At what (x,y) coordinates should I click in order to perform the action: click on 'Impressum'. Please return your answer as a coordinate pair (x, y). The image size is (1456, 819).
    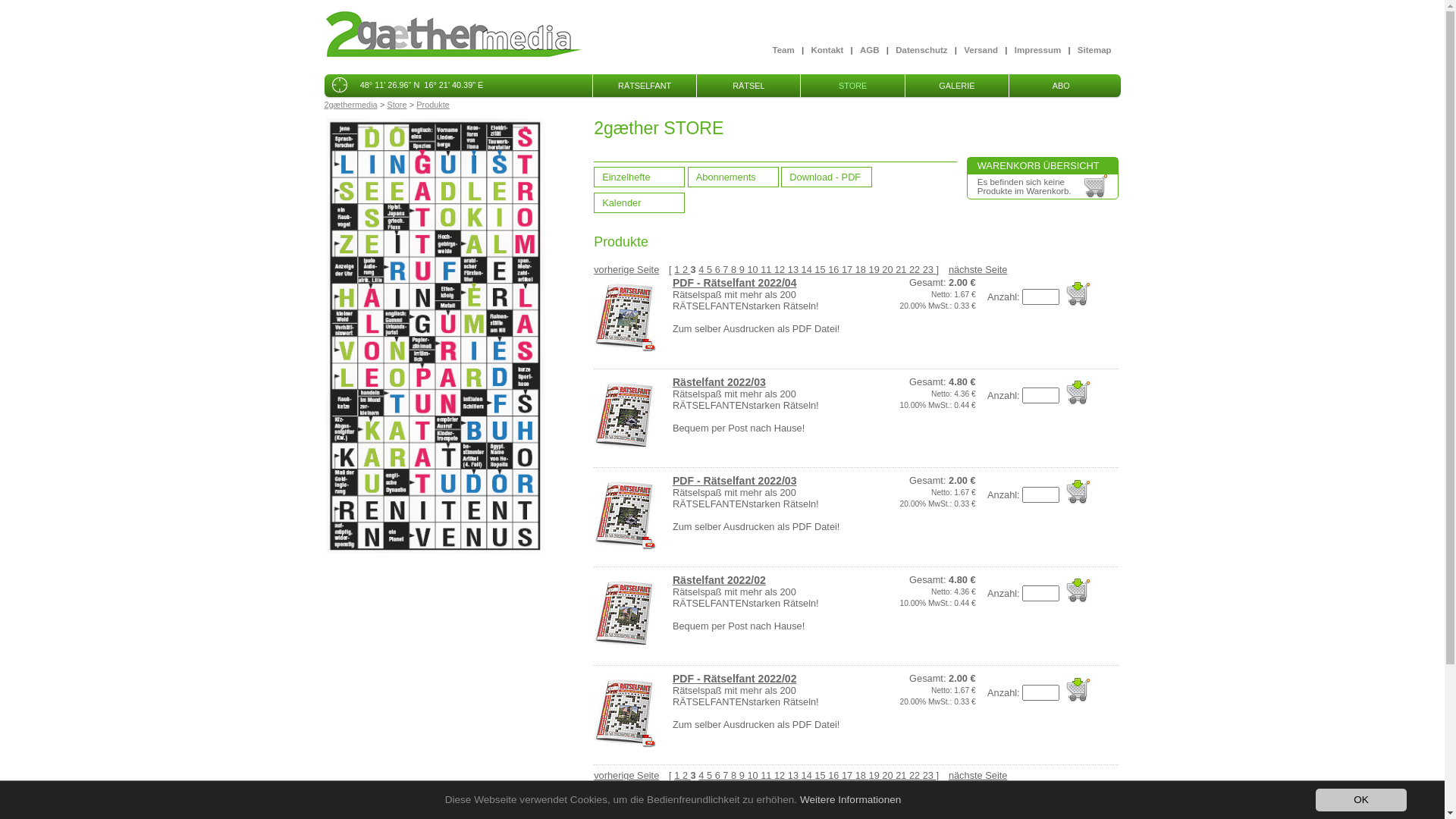
    Looking at the image, I should click on (1037, 49).